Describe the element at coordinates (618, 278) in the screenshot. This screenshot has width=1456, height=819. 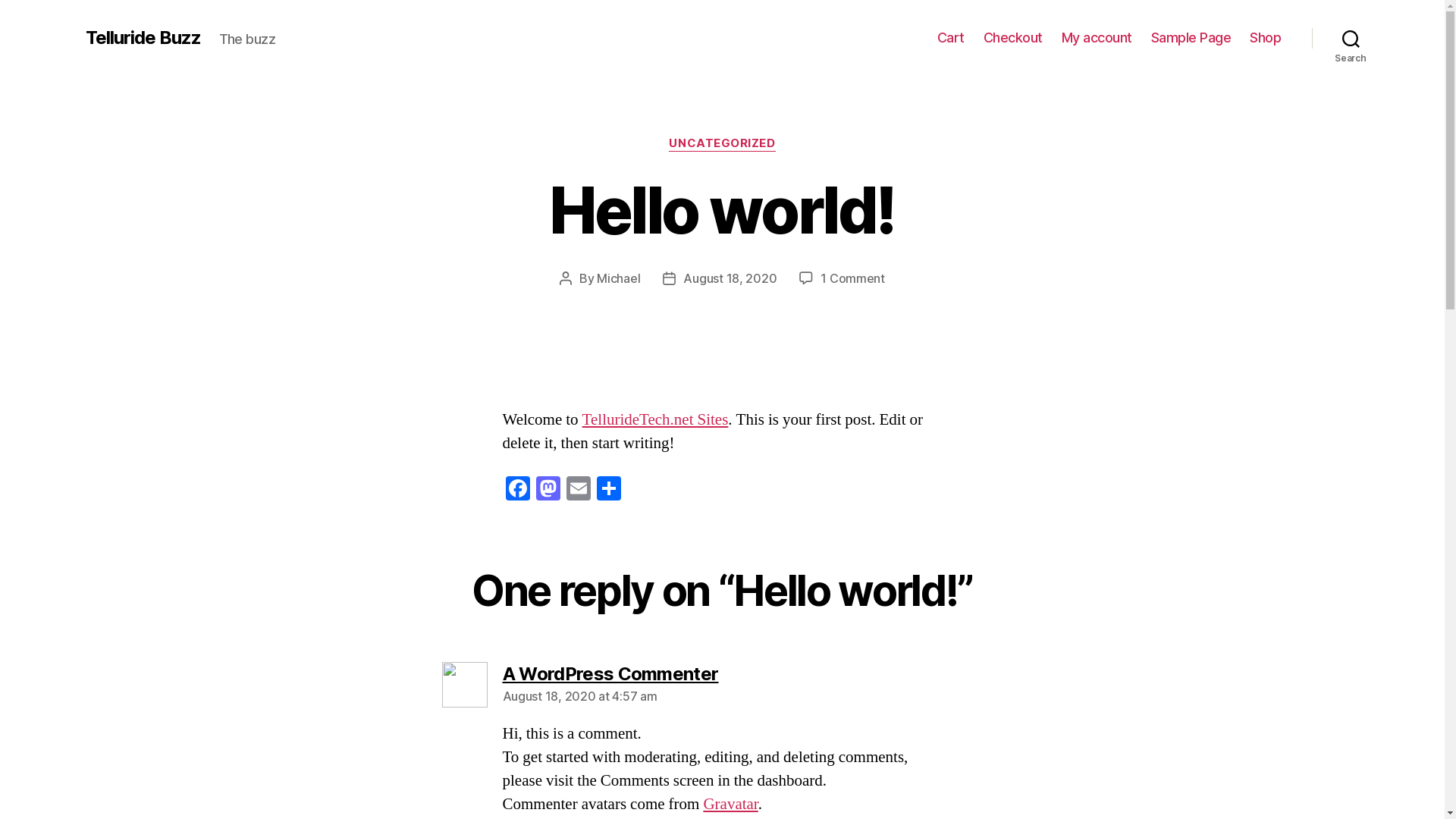
I see `'Michael'` at that location.